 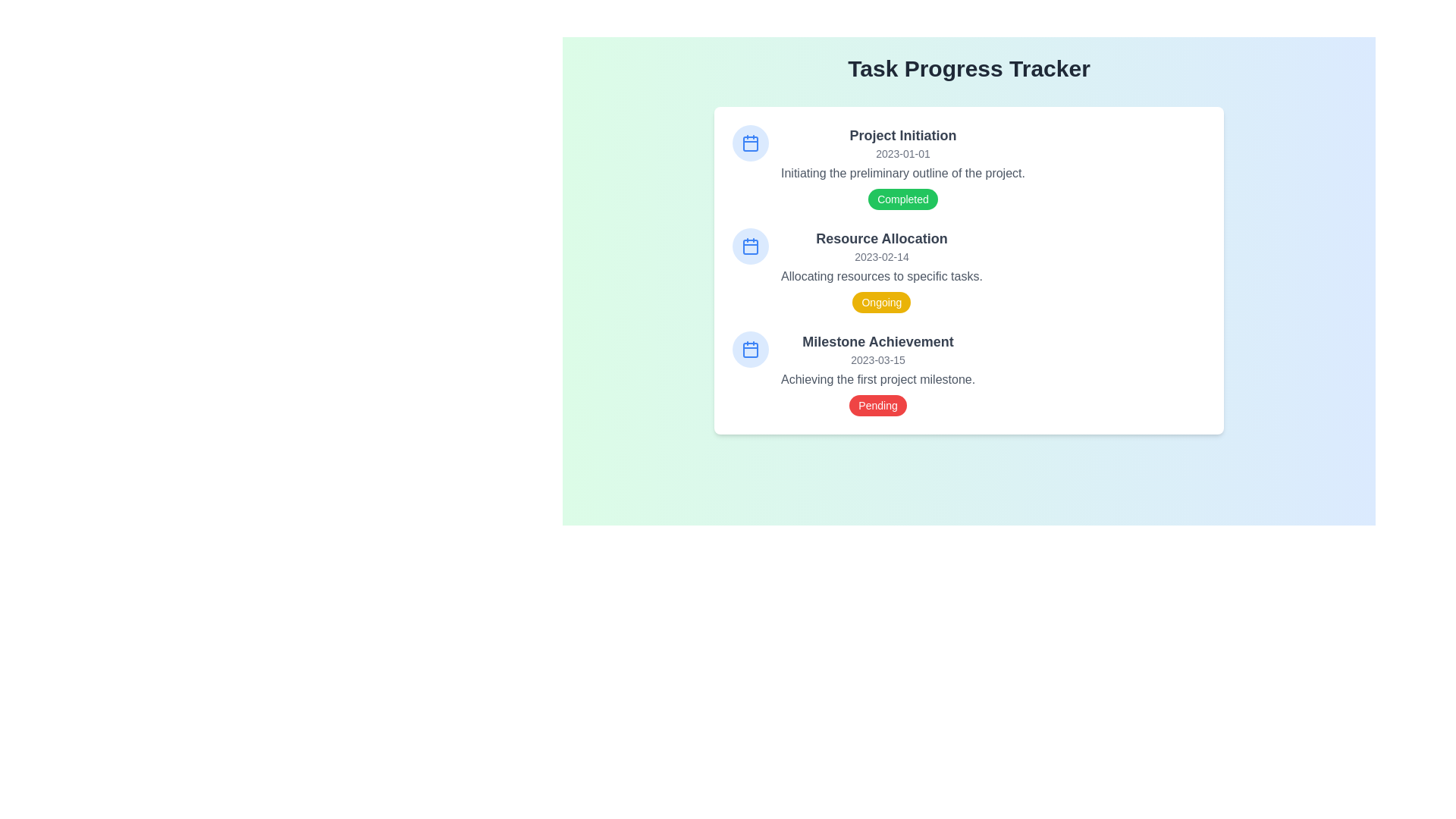 What do you see at coordinates (750, 350) in the screenshot?
I see `the calendar icon button in the 'Milestone Achievement' section, which is the leftmost icon in a vertical list of milestones` at bounding box center [750, 350].